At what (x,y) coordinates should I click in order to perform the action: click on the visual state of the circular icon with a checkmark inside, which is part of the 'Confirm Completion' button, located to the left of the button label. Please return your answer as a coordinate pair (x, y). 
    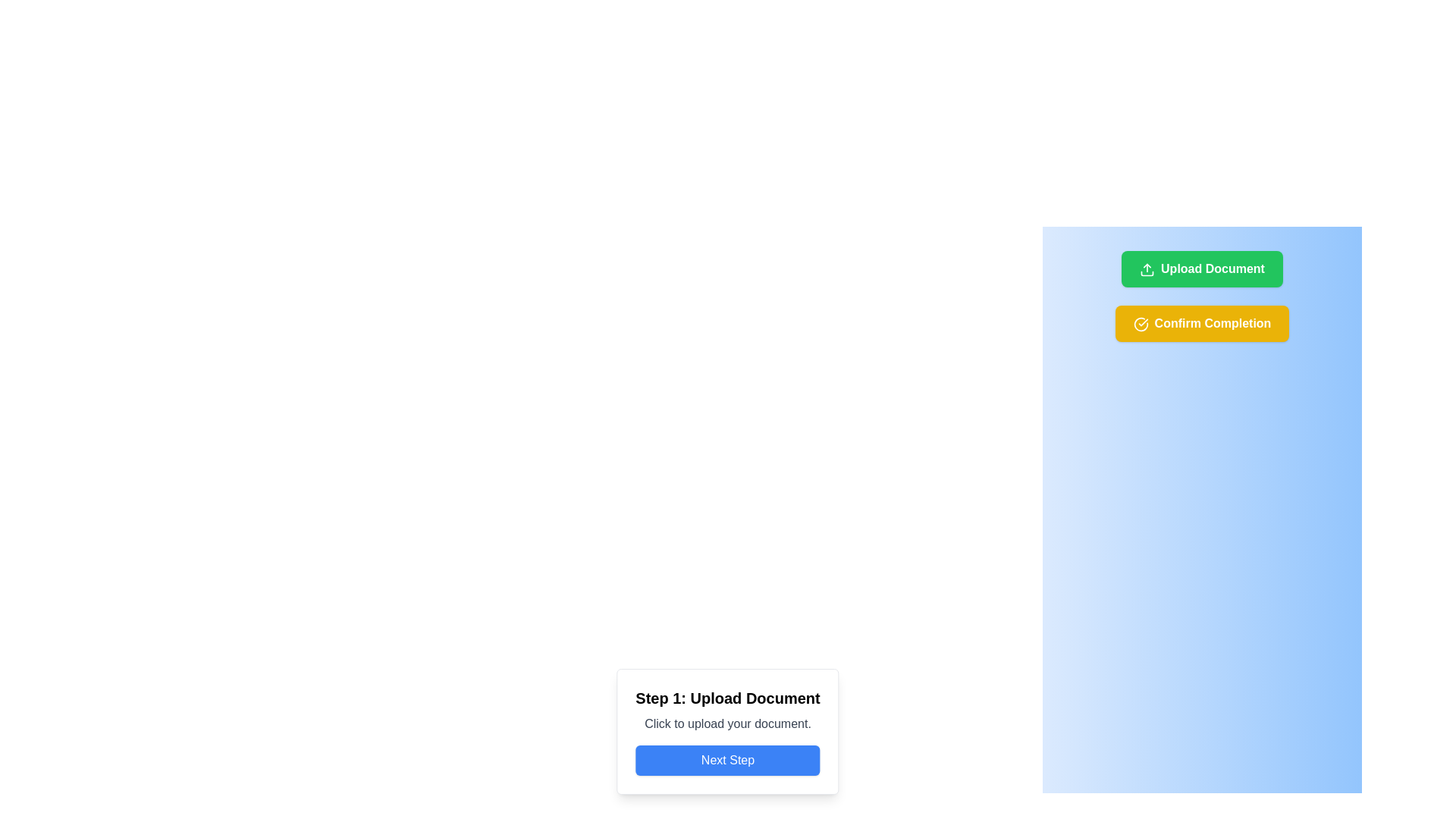
    Looking at the image, I should click on (1141, 323).